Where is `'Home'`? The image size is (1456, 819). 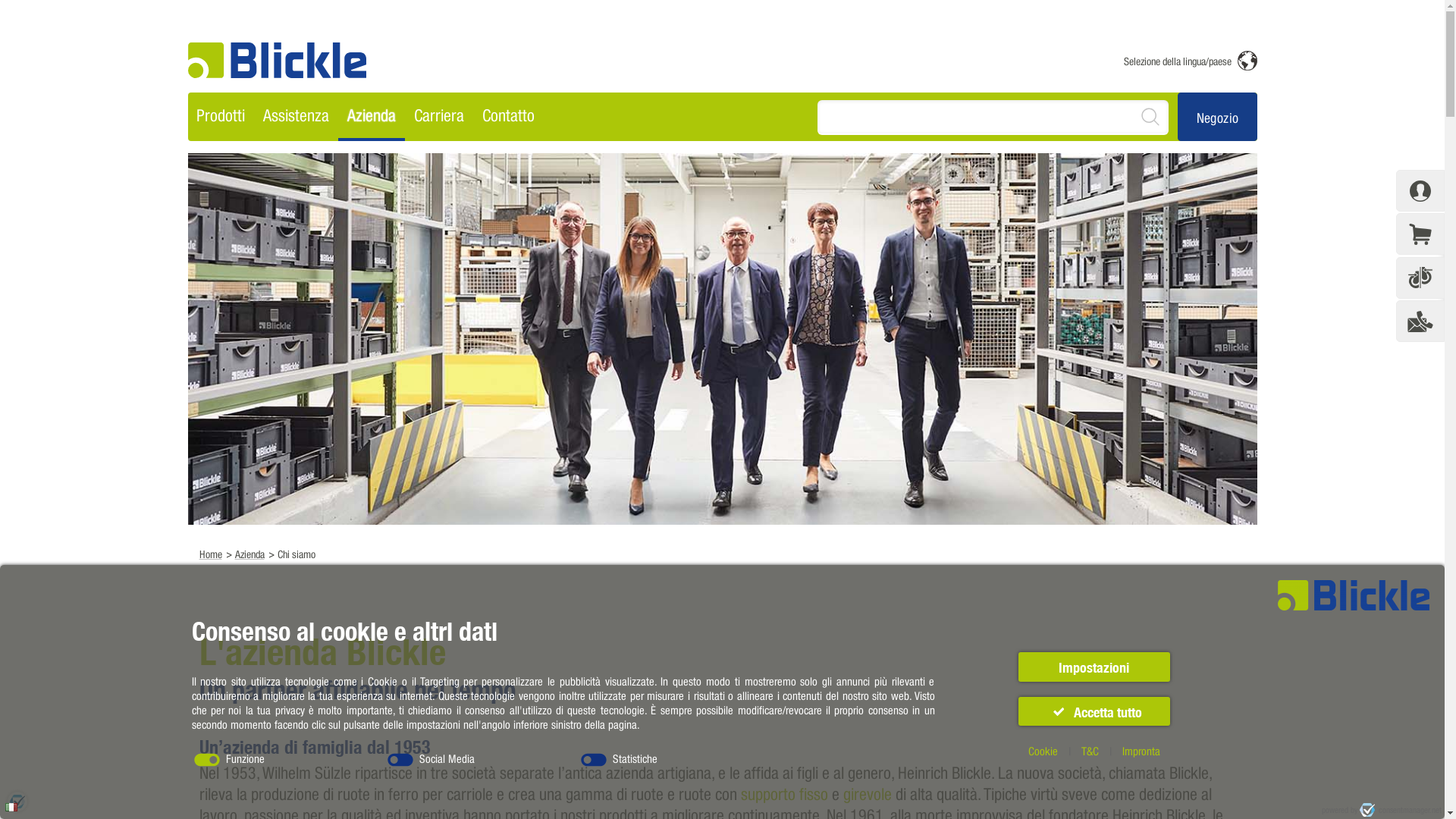 'Home' is located at coordinates (209, 554).